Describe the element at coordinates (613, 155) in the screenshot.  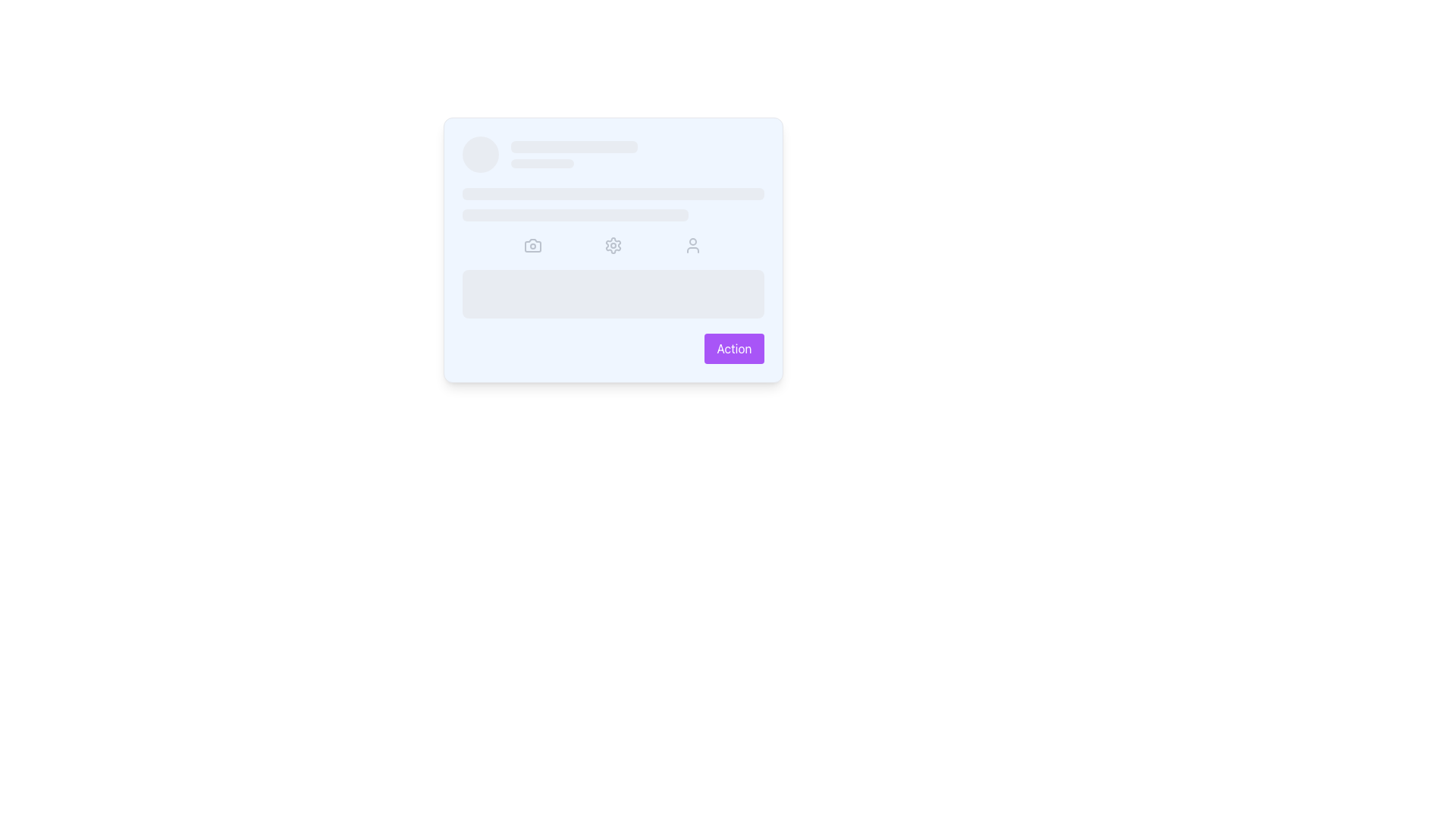
I see `inside the group of placeholders styled as a profile summary, which includes a circular placeholder image and two rectangular placeholder bars, located at the top-left of the blue-bordered card component` at that location.